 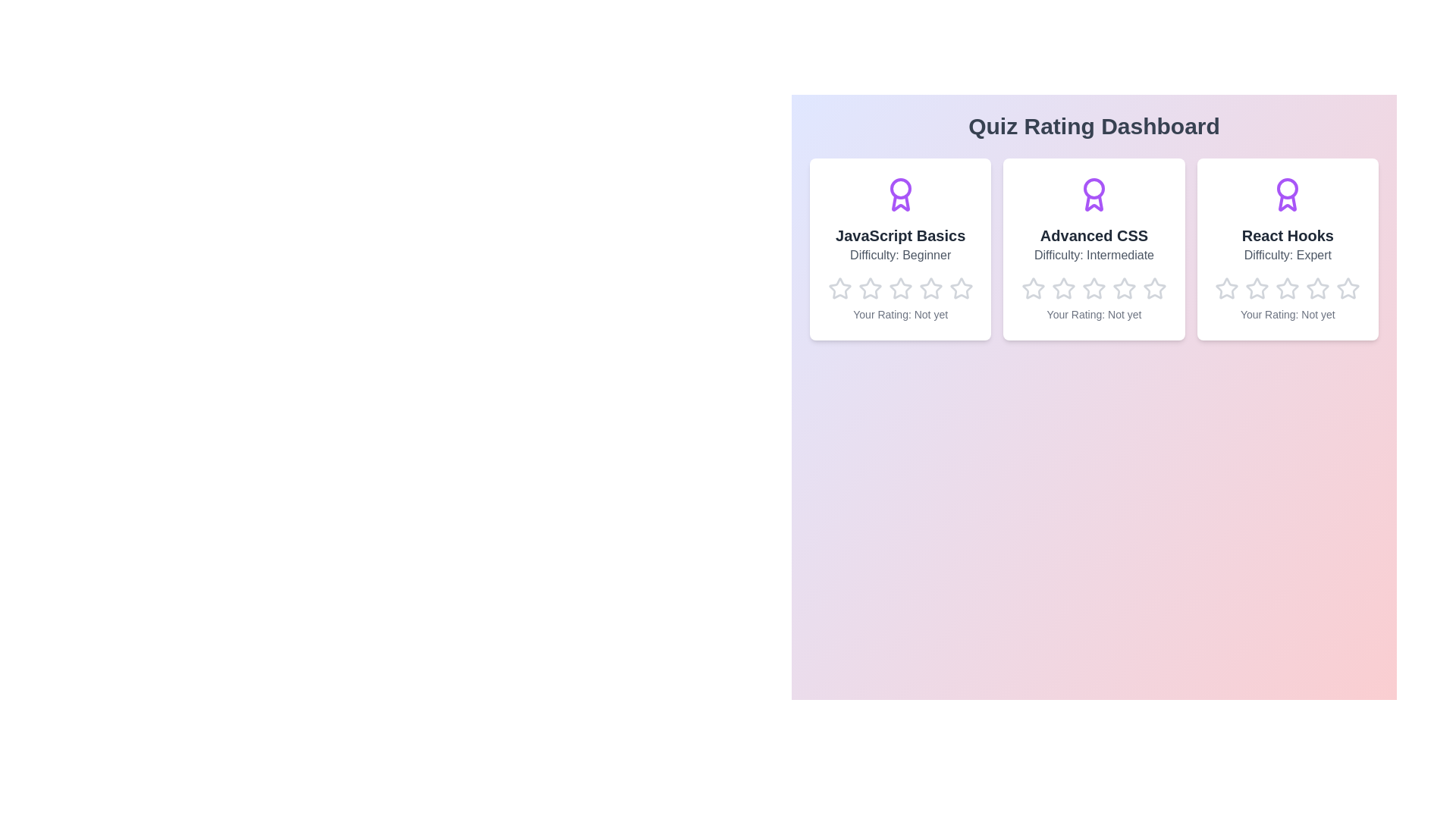 What do you see at coordinates (839, 289) in the screenshot?
I see `the rating for a quiz to 1 stars` at bounding box center [839, 289].